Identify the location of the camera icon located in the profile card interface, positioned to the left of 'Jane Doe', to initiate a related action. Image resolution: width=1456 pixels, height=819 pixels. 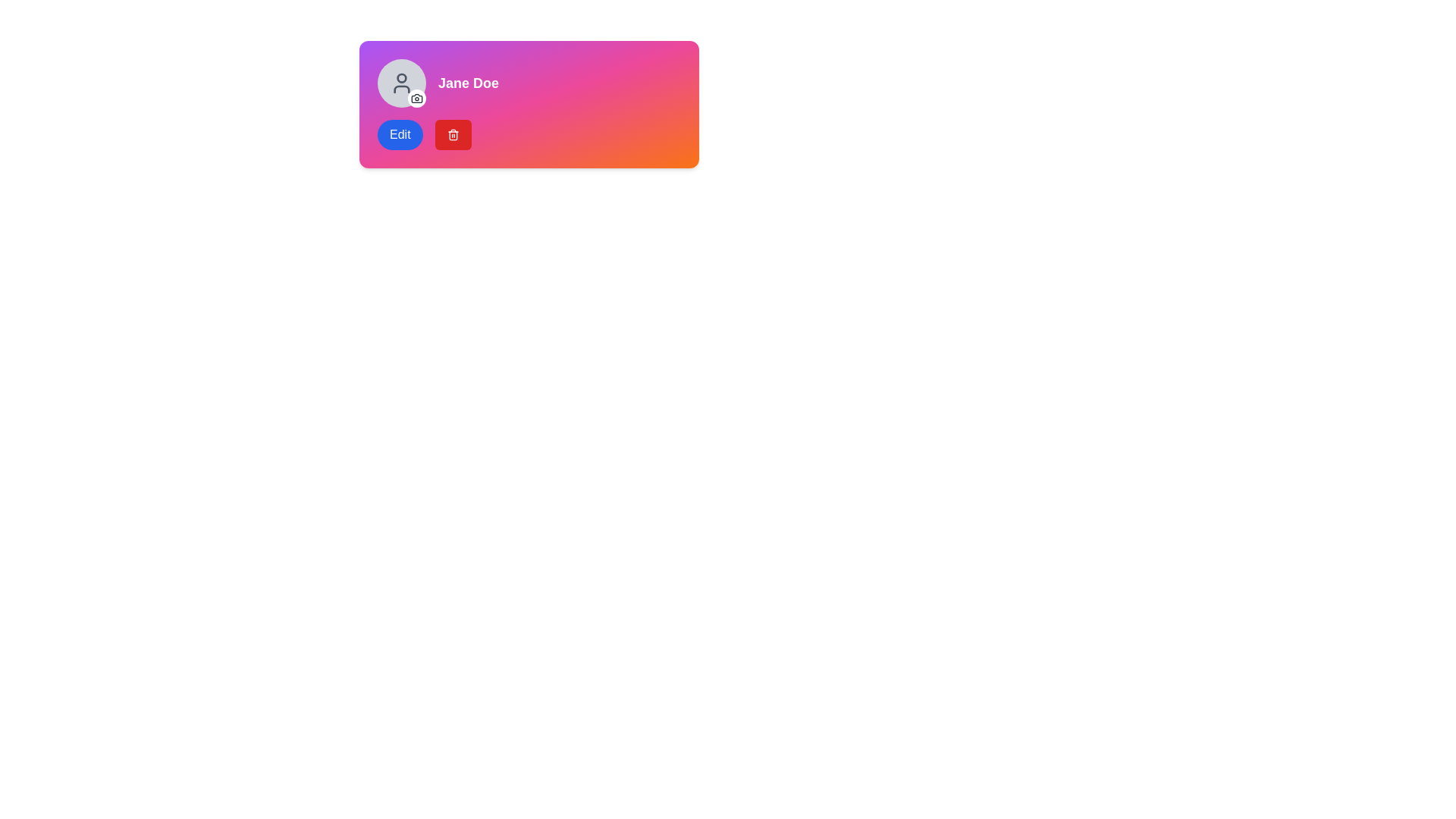
(417, 97).